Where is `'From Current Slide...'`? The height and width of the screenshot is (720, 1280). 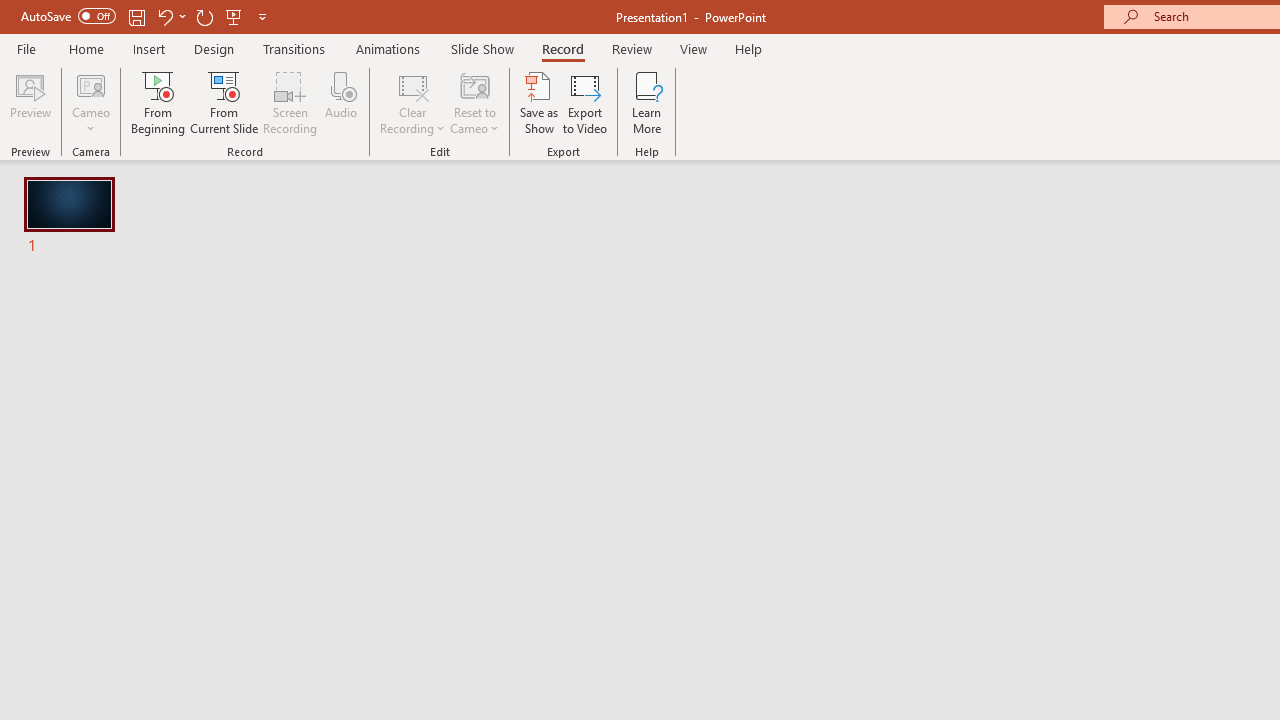 'From Current Slide...' is located at coordinates (224, 103).